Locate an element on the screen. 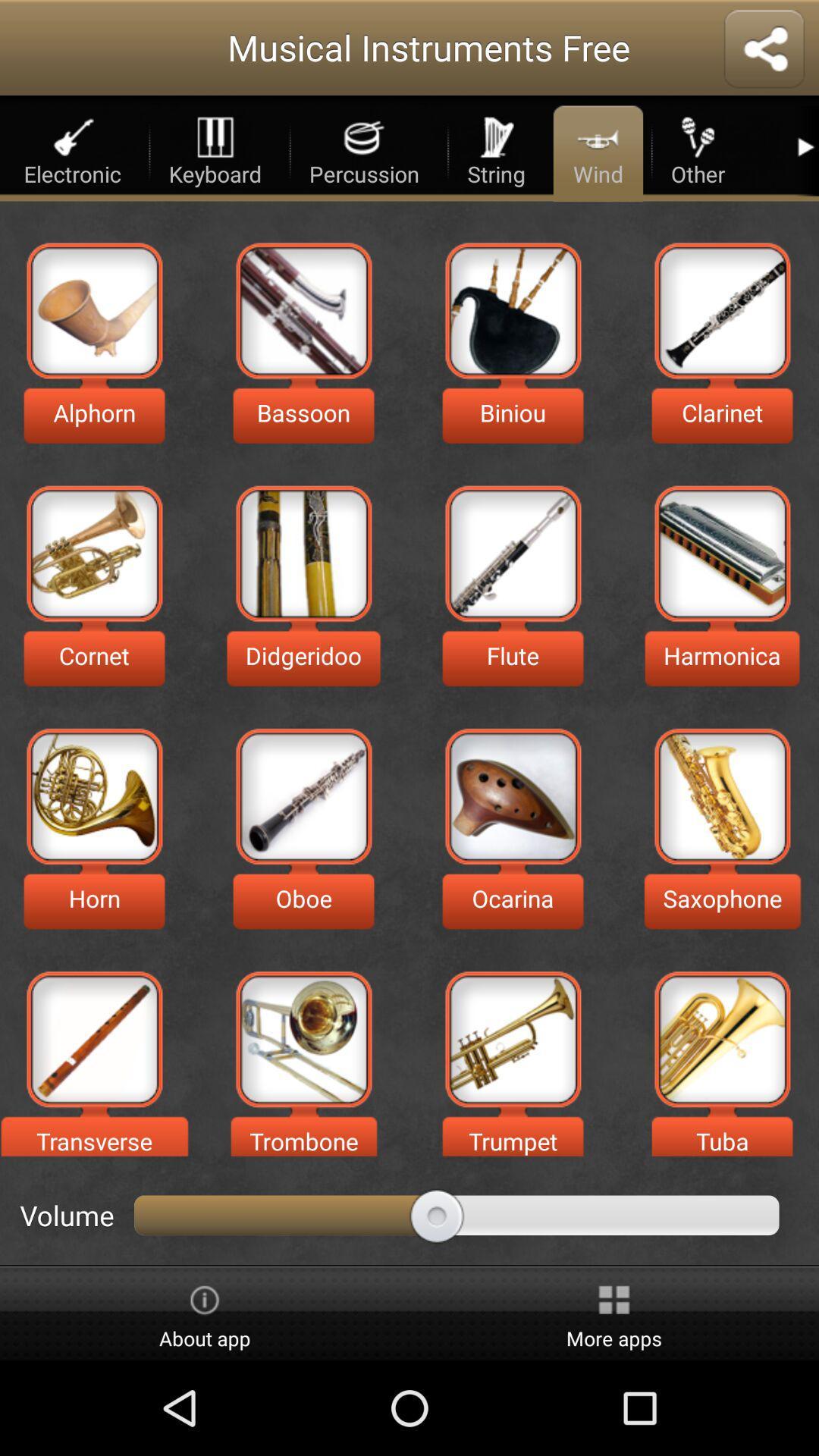  click the ocarina option is located at coordinates (512, 795).